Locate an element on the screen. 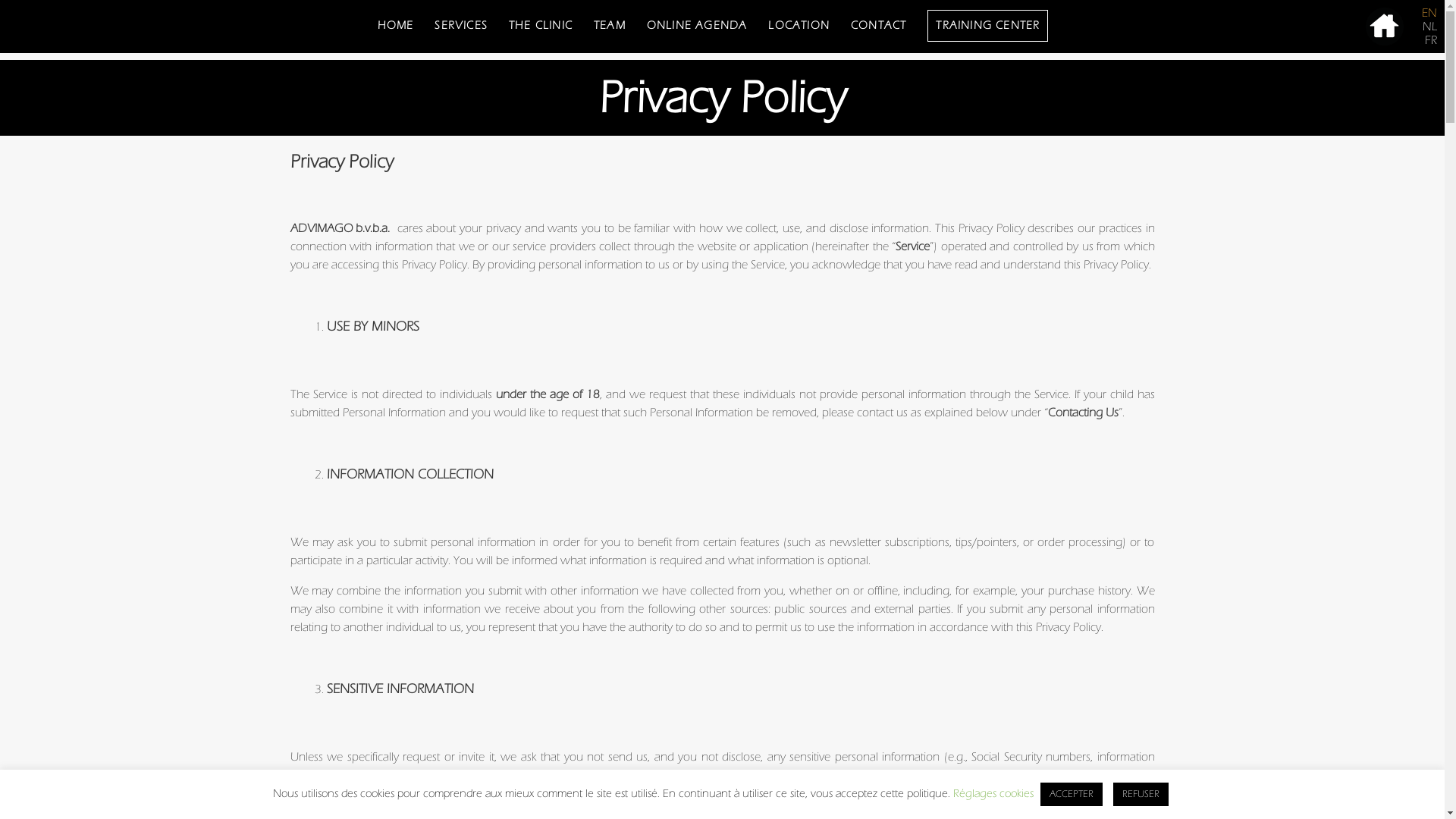 This screenshot has height=819, width=1456. 'ONLINE AGENDA' is located at coordinates (696, 24).